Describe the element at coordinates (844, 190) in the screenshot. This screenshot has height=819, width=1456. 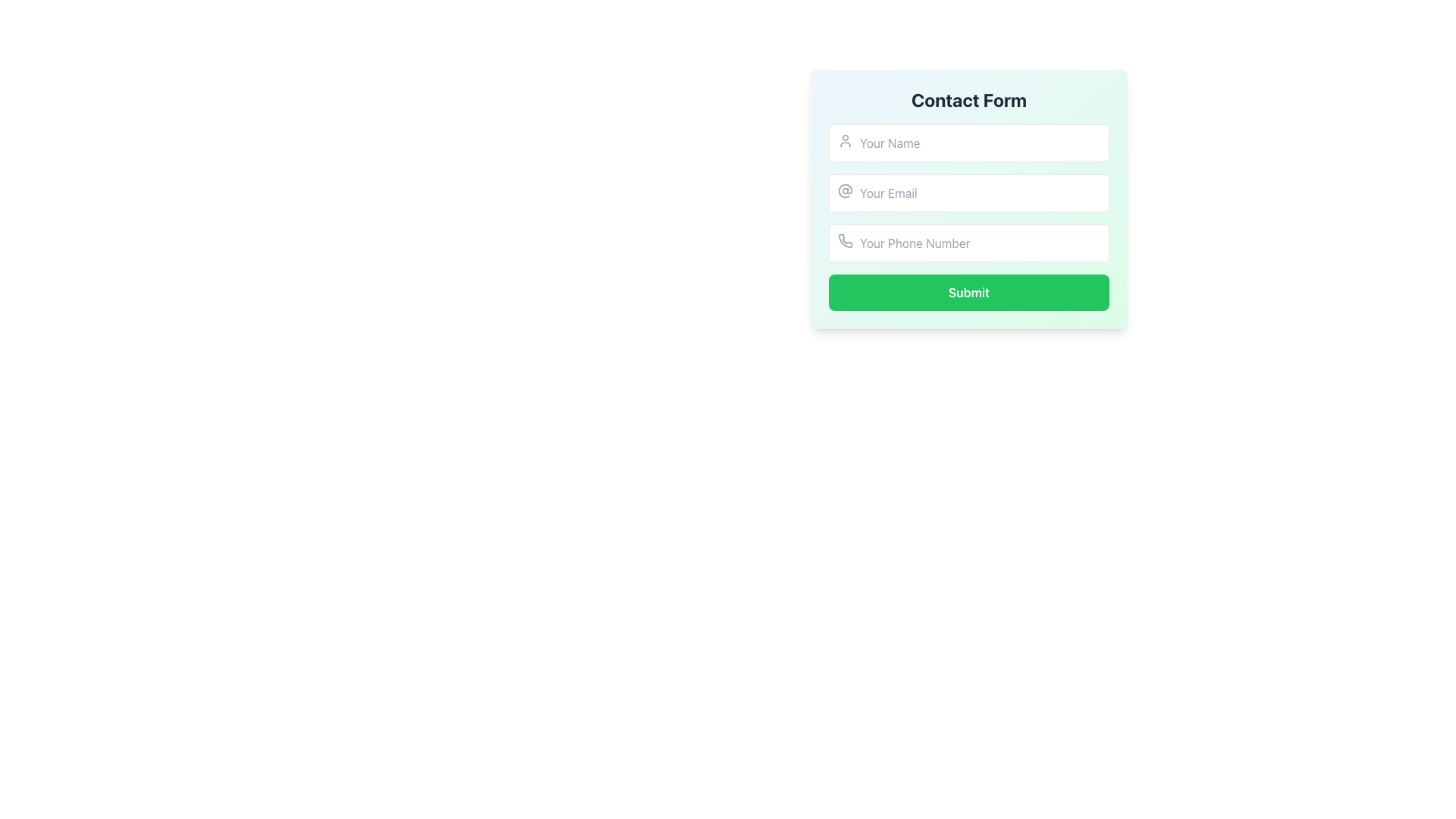
I see `the input field labeled 'Your Email' by clicking on the email icon located to the left inside the field in the 'Contact Form' section` at that location.